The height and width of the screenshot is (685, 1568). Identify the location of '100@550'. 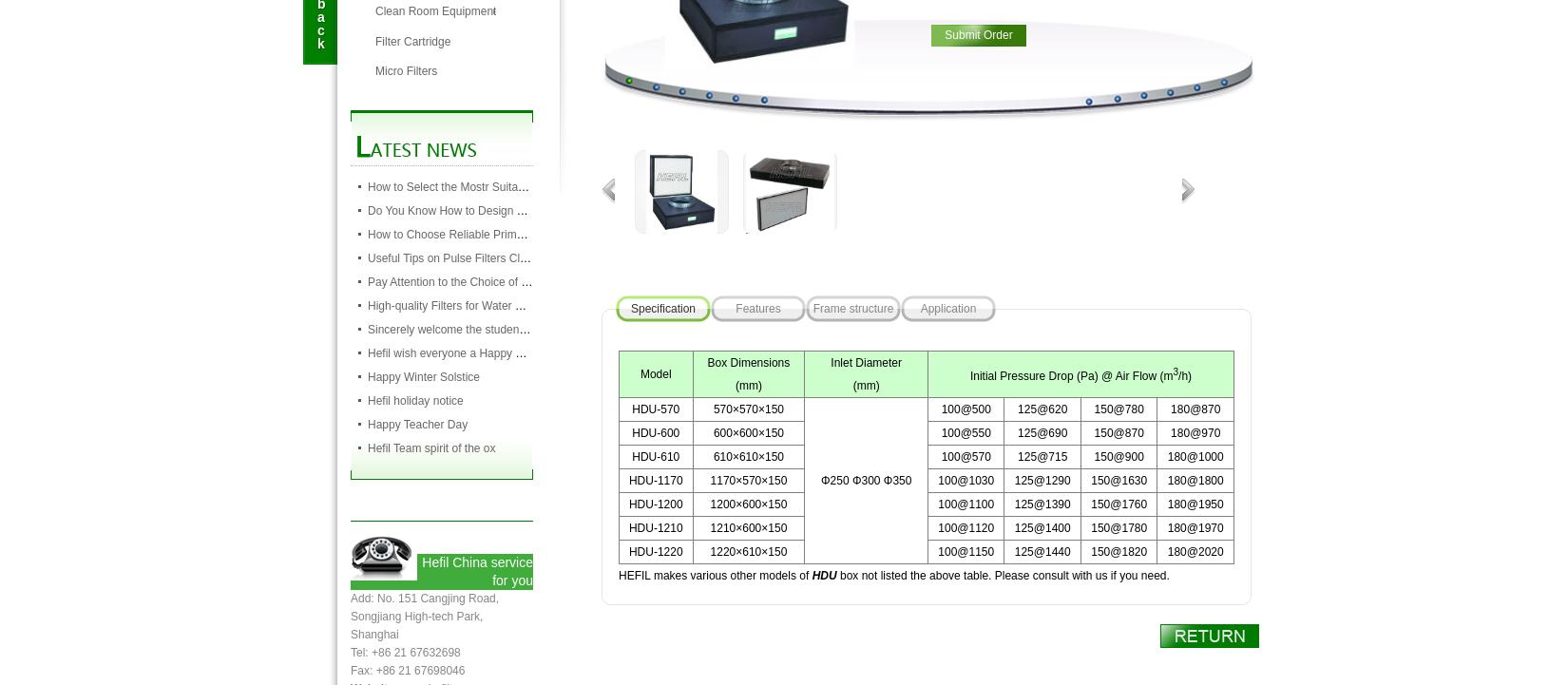
(941, 433).